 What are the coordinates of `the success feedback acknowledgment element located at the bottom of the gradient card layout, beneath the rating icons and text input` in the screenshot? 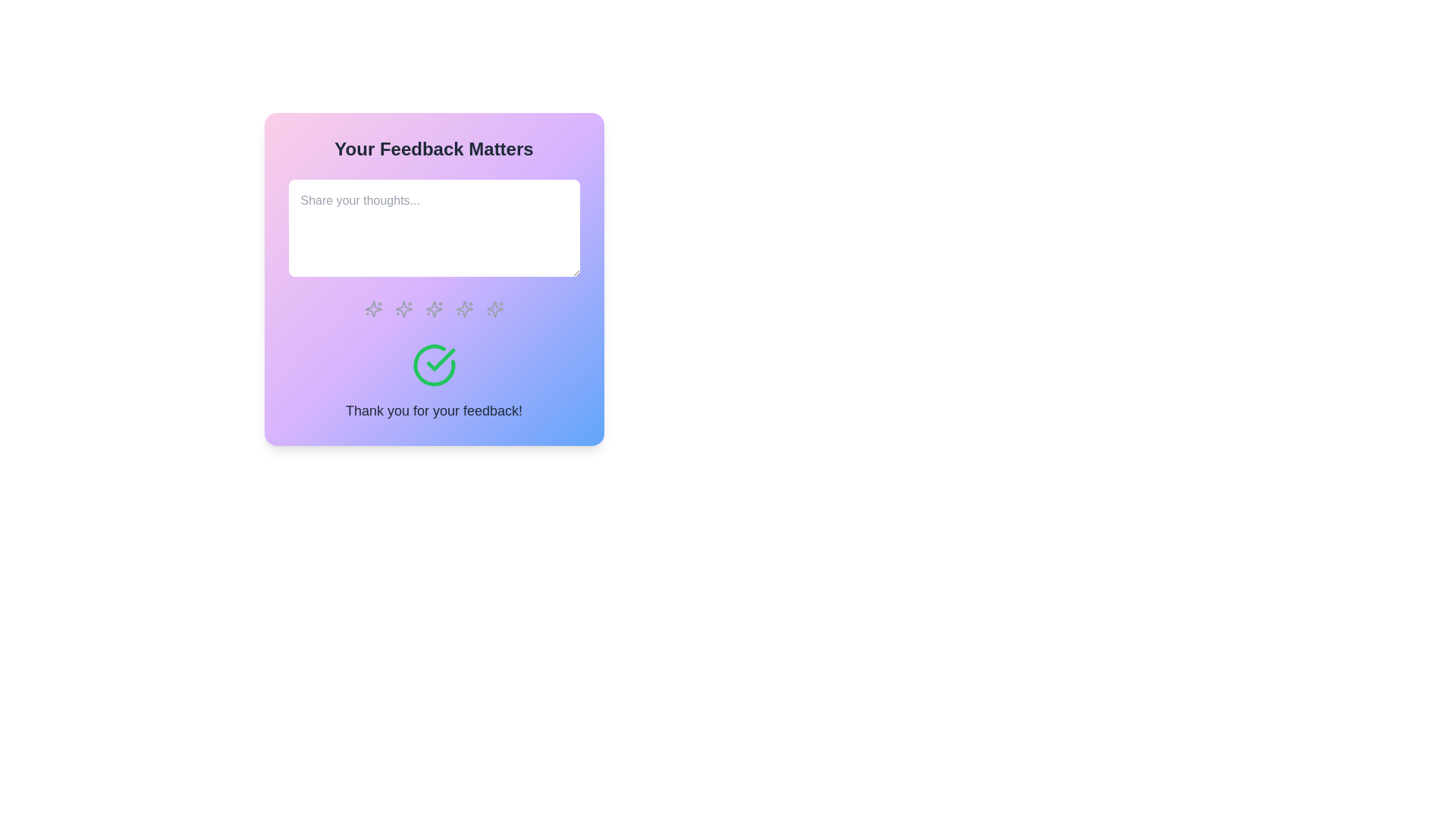 It's located at (433, 381).